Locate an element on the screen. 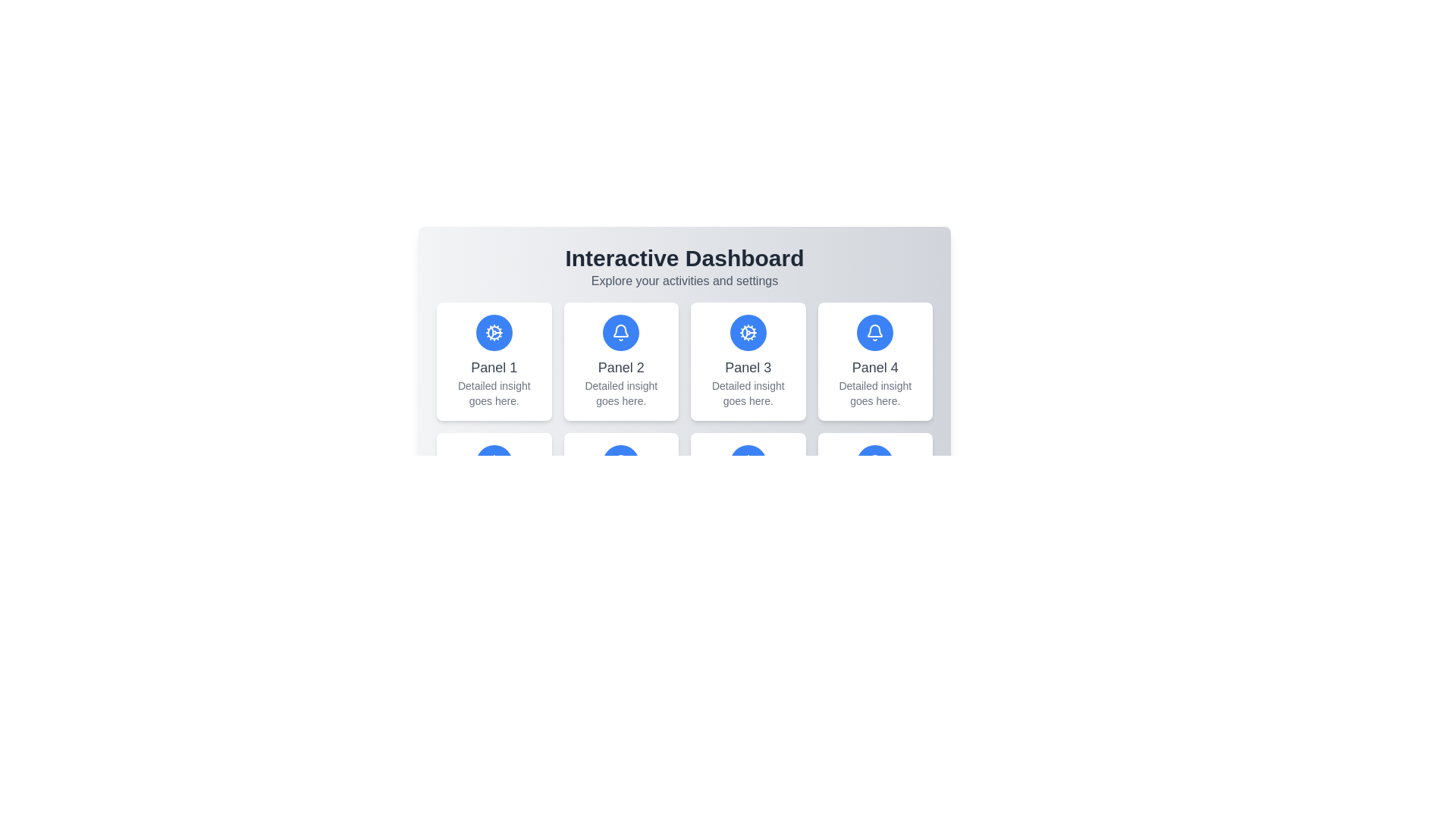  the text label located in the fourth panel of the top row, positioned centrally beneath a bell icon and above a smaller descriptive text is located at coordinates (875, 368).